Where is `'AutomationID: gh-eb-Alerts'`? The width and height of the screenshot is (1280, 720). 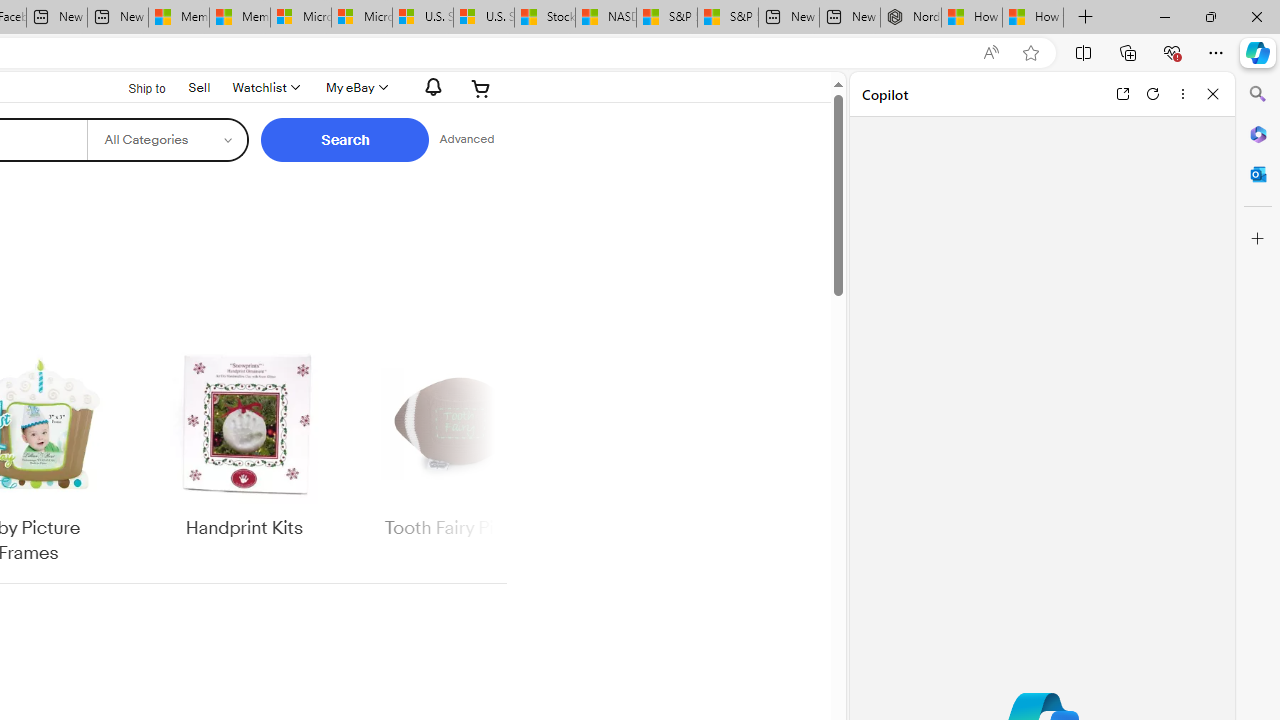 'AutomationID: gh-eb-Alerts' is located at coordinates (429, 86).